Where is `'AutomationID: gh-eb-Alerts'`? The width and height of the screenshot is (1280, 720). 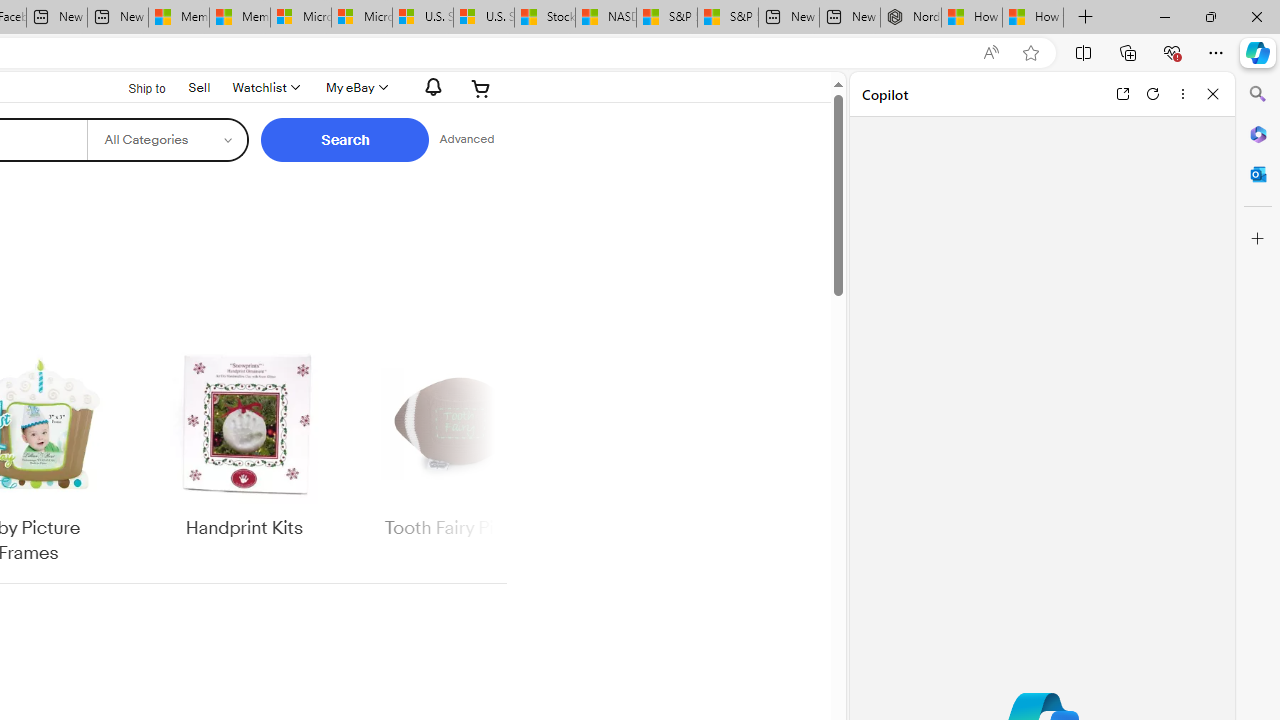 'AutomationID: gh-eb-Alerts' is located at coordinates (429, 86).